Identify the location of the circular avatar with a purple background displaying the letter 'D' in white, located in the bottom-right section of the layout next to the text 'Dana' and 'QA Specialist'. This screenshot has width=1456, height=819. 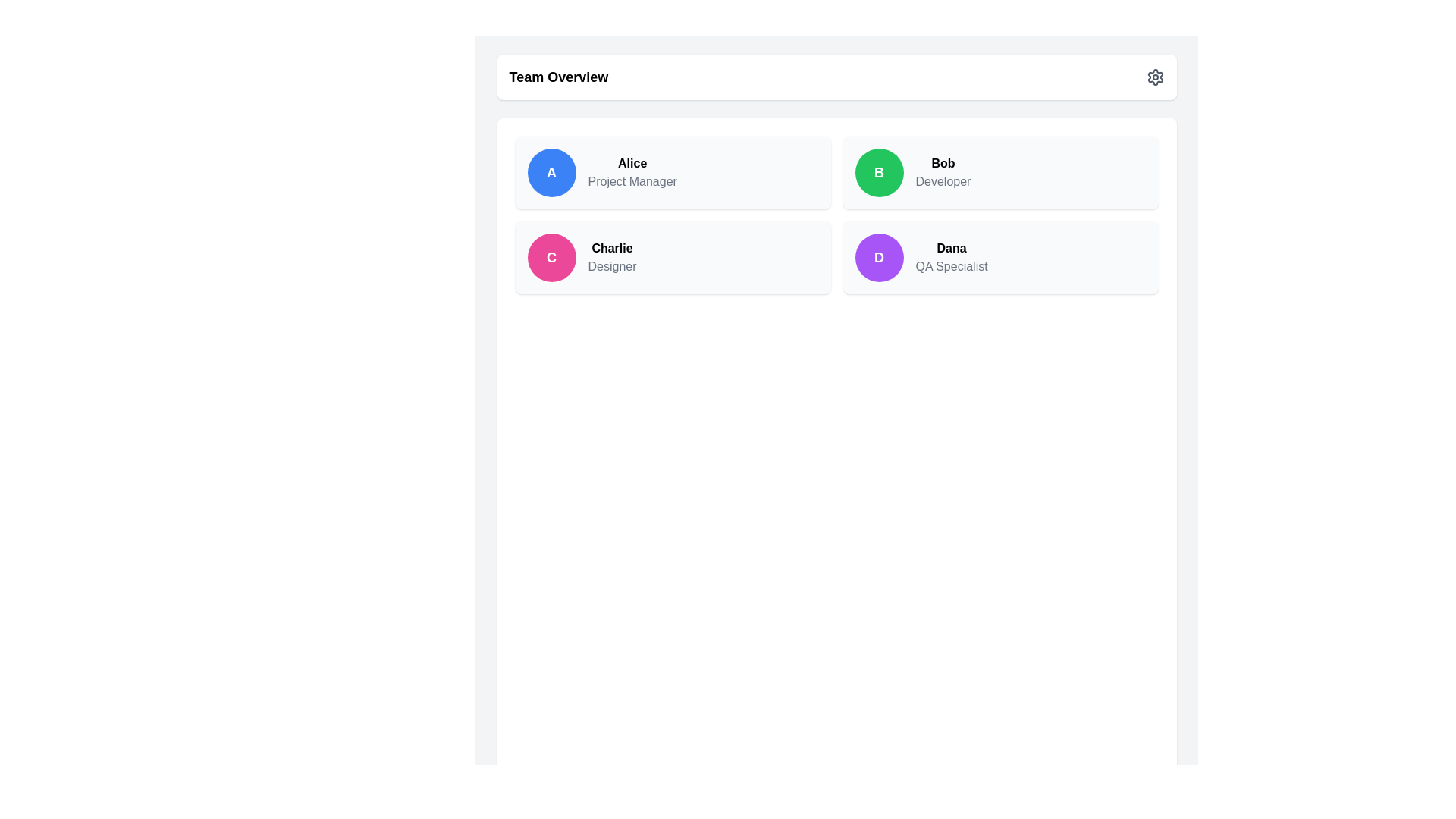
(879, 256).